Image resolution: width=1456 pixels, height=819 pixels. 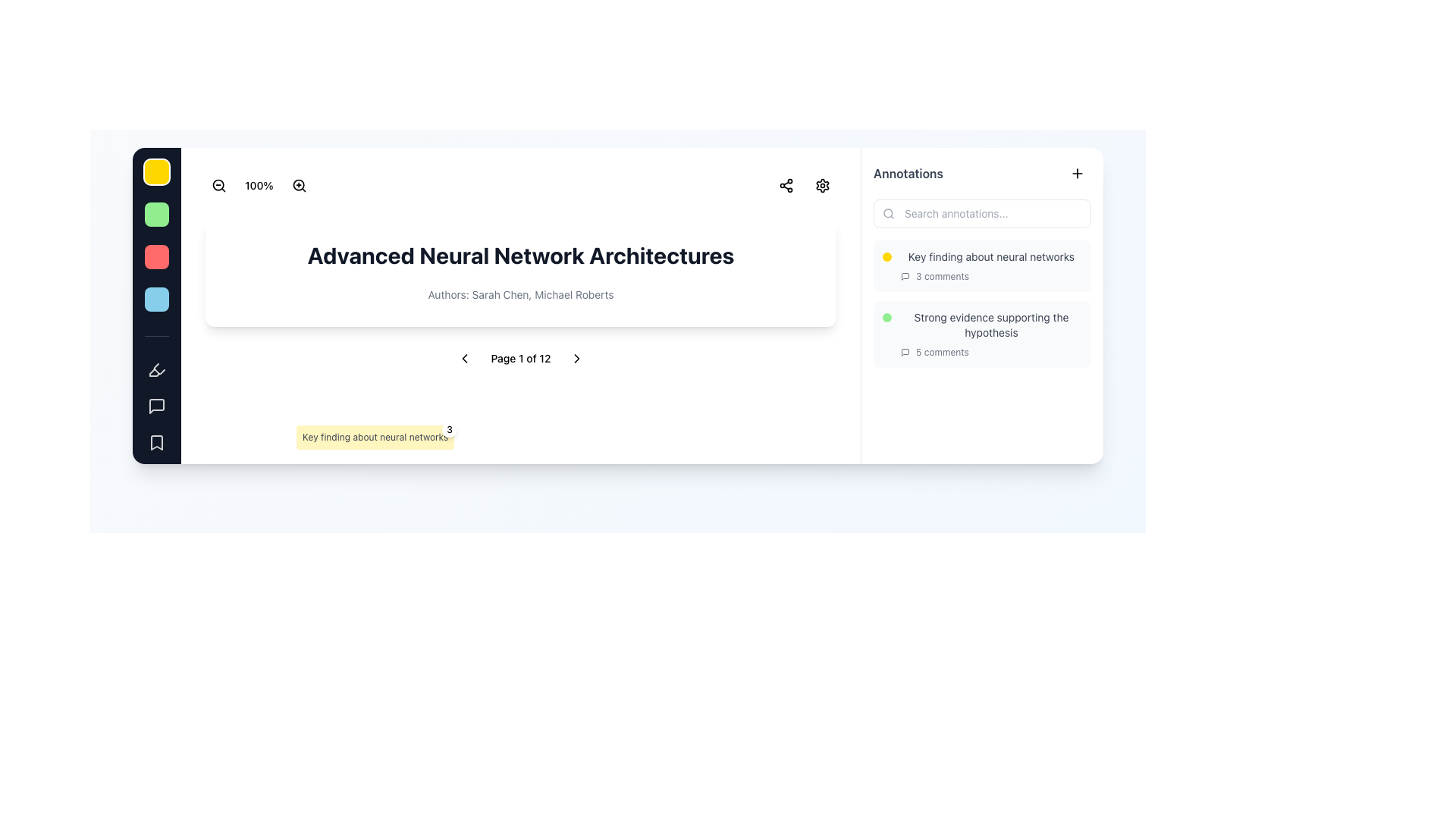 I want to click on the main title text display regarding advanced neural networks, which is located in the upper-central part of the interface, above the authors' text, so click(x=520, y=254).